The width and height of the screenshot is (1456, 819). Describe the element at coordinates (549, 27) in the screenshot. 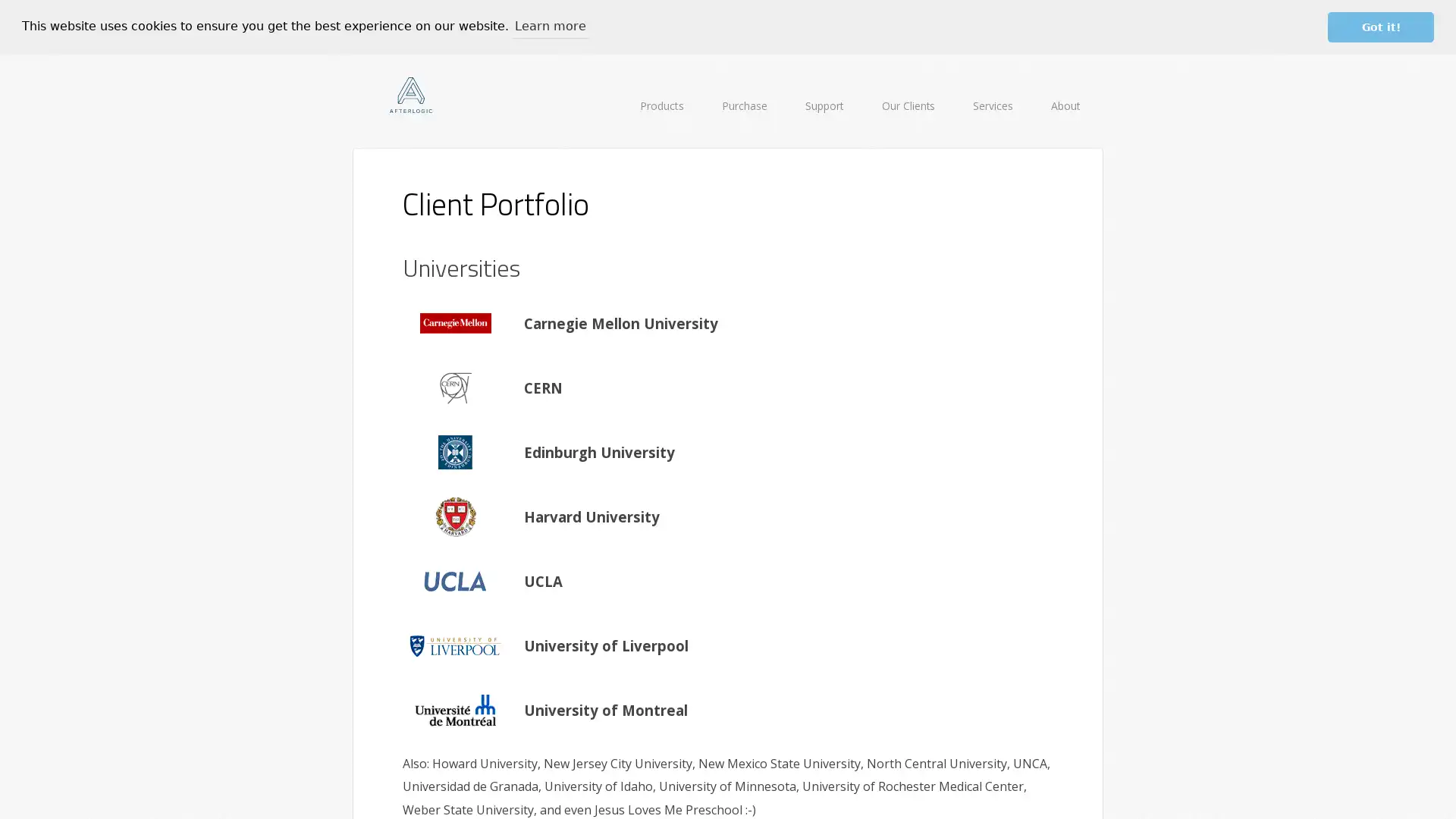

I see `learn more about cookies` at that location.